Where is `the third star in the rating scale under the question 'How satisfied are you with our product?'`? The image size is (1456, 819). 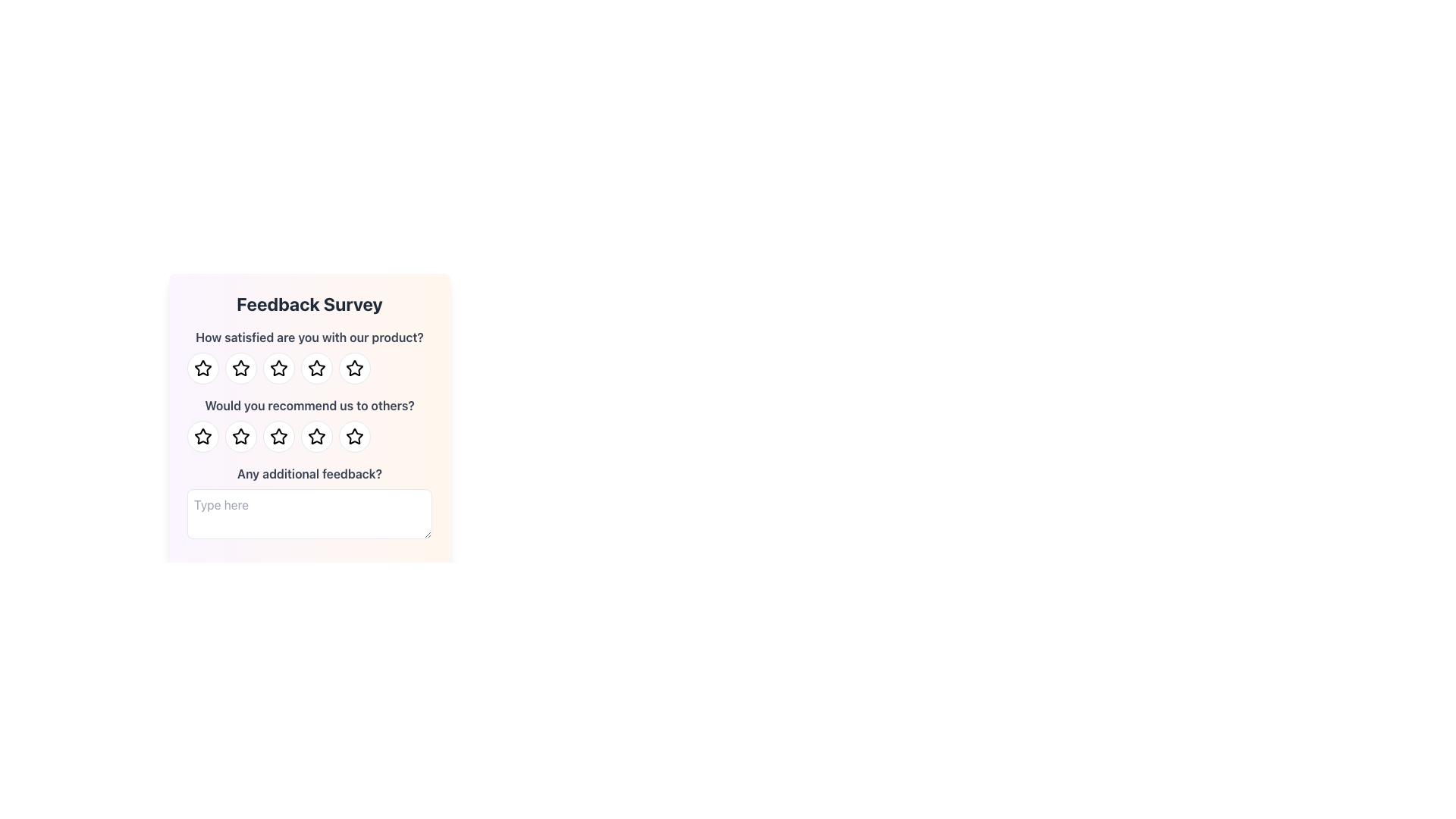 the third star in the rating scale under the question 'How satisfied are you with our product?' is located at coordinates (315, 369).